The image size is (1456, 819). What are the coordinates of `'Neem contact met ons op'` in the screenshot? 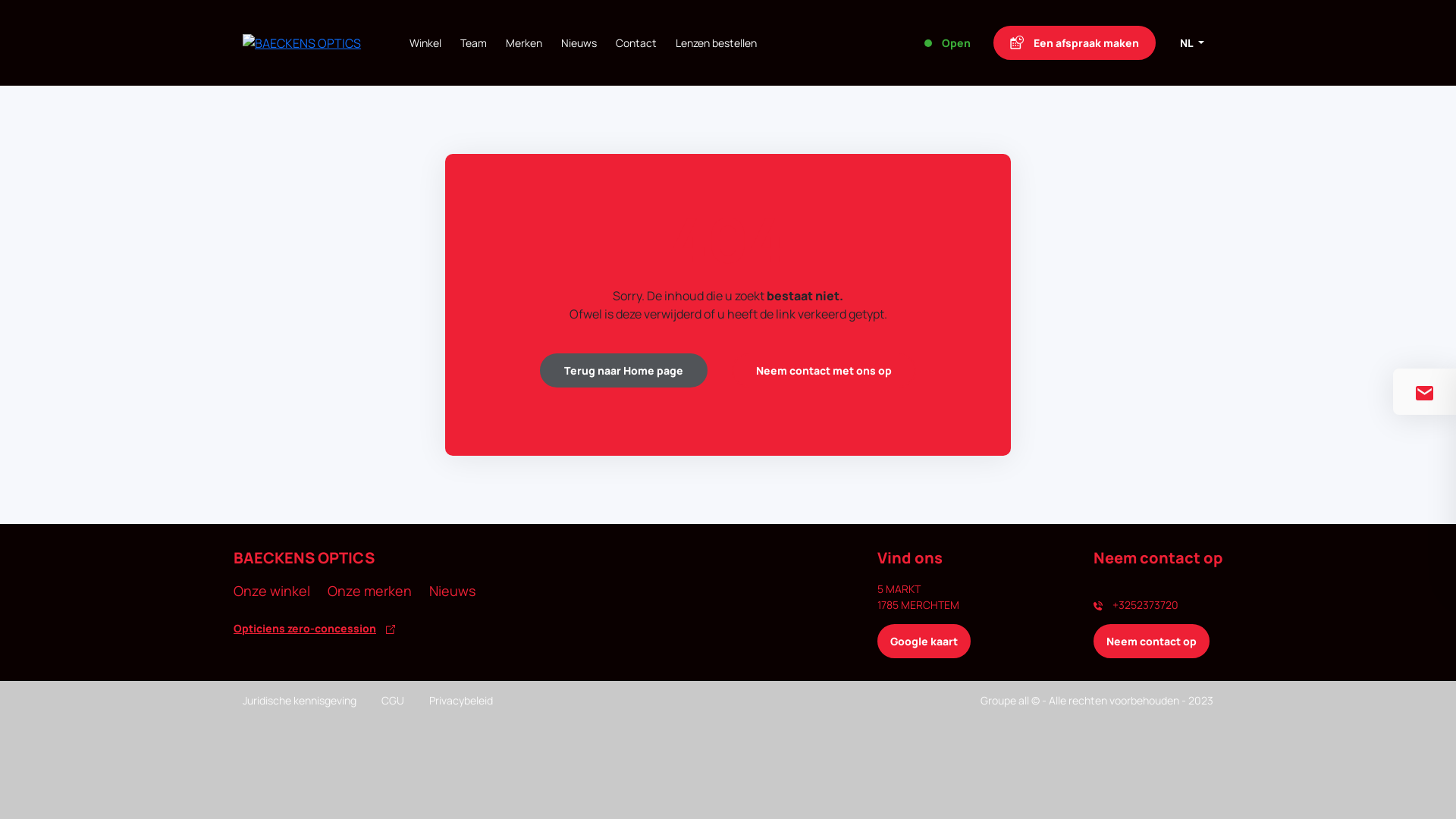 It's located at (823, 370).